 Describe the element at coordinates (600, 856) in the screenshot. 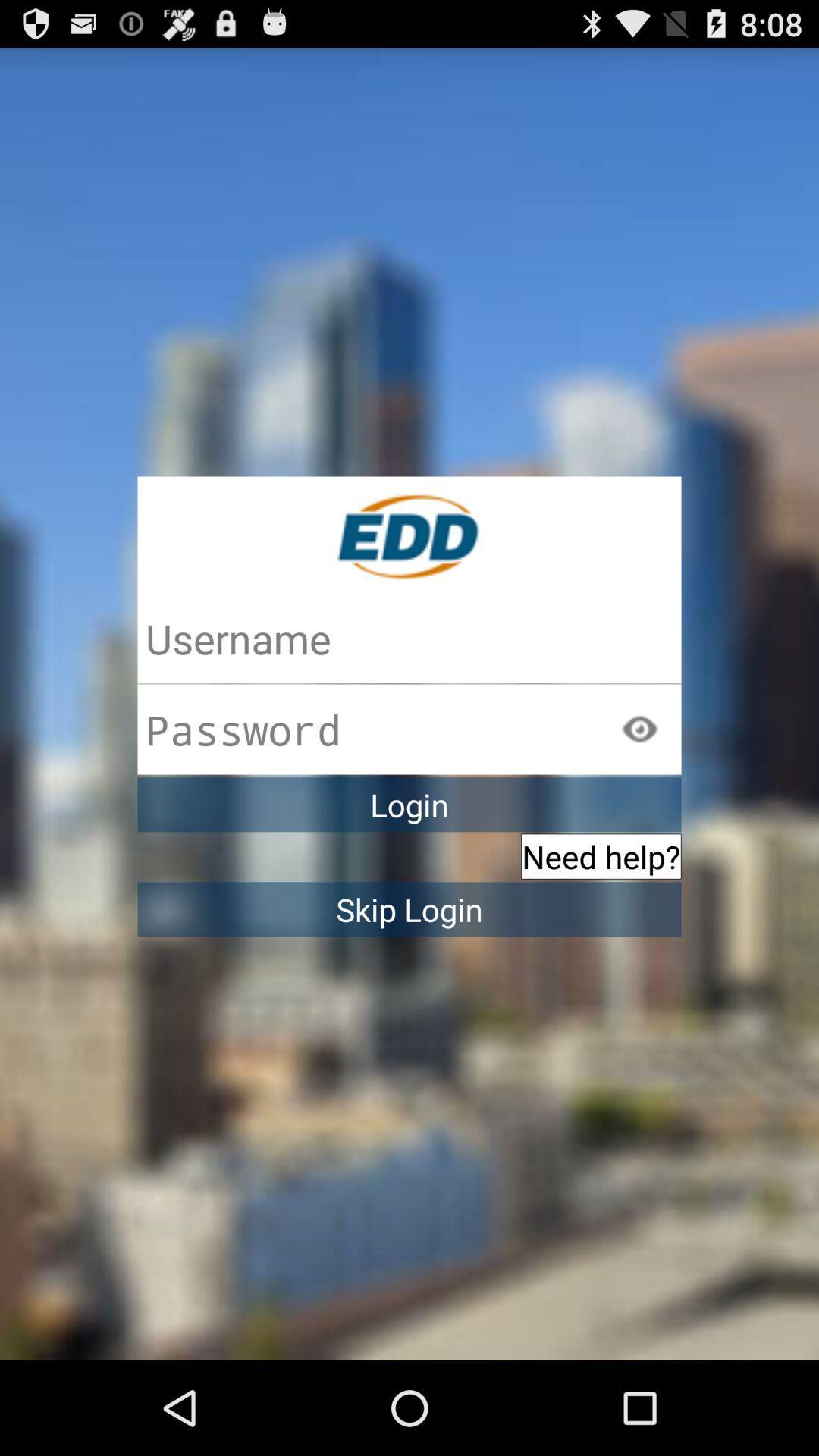

I see `the need help? app` at that location.